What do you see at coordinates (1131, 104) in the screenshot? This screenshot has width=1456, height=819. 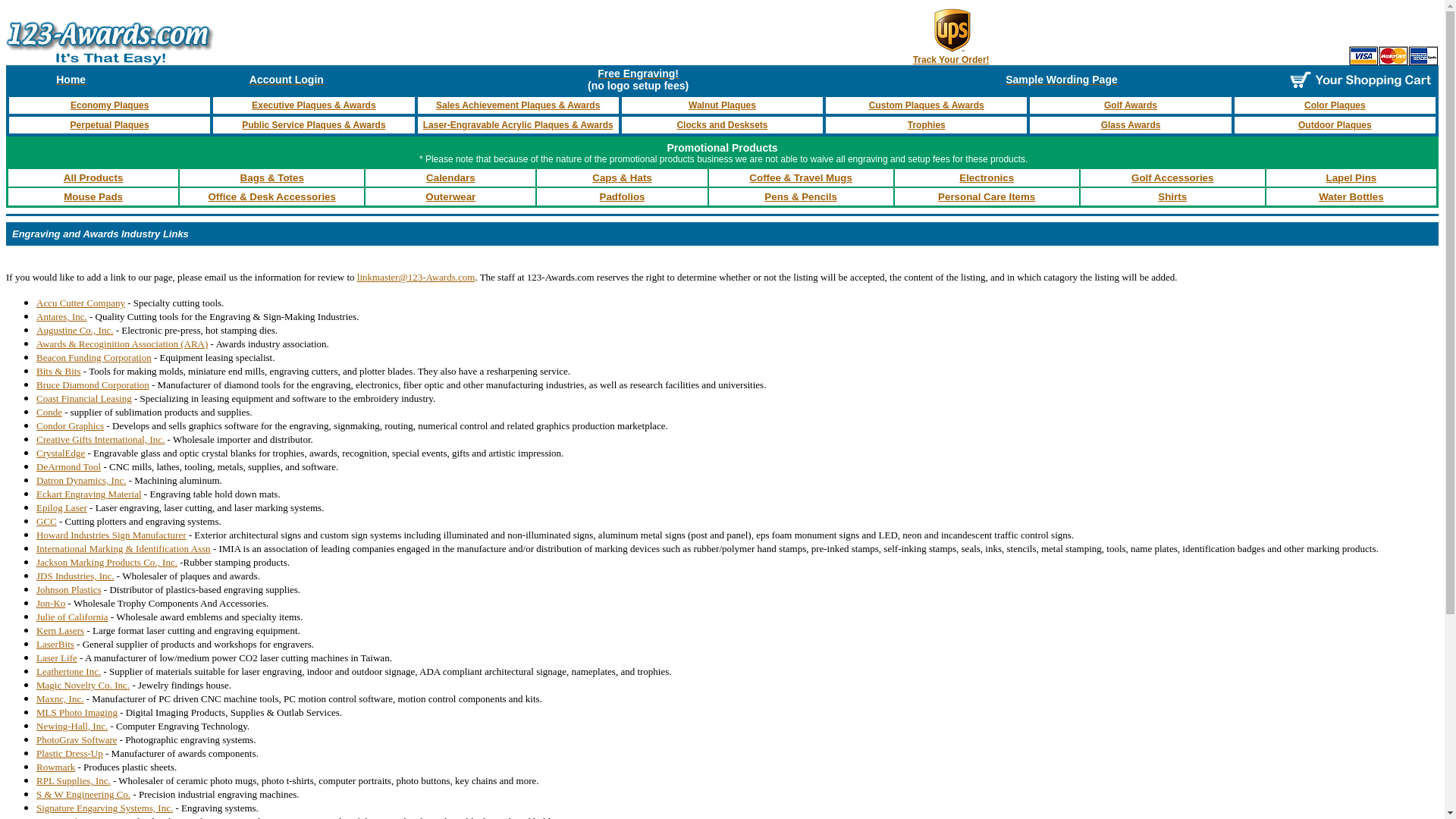 I see `'Golf Awards'` at bounding box center [1131, 104].